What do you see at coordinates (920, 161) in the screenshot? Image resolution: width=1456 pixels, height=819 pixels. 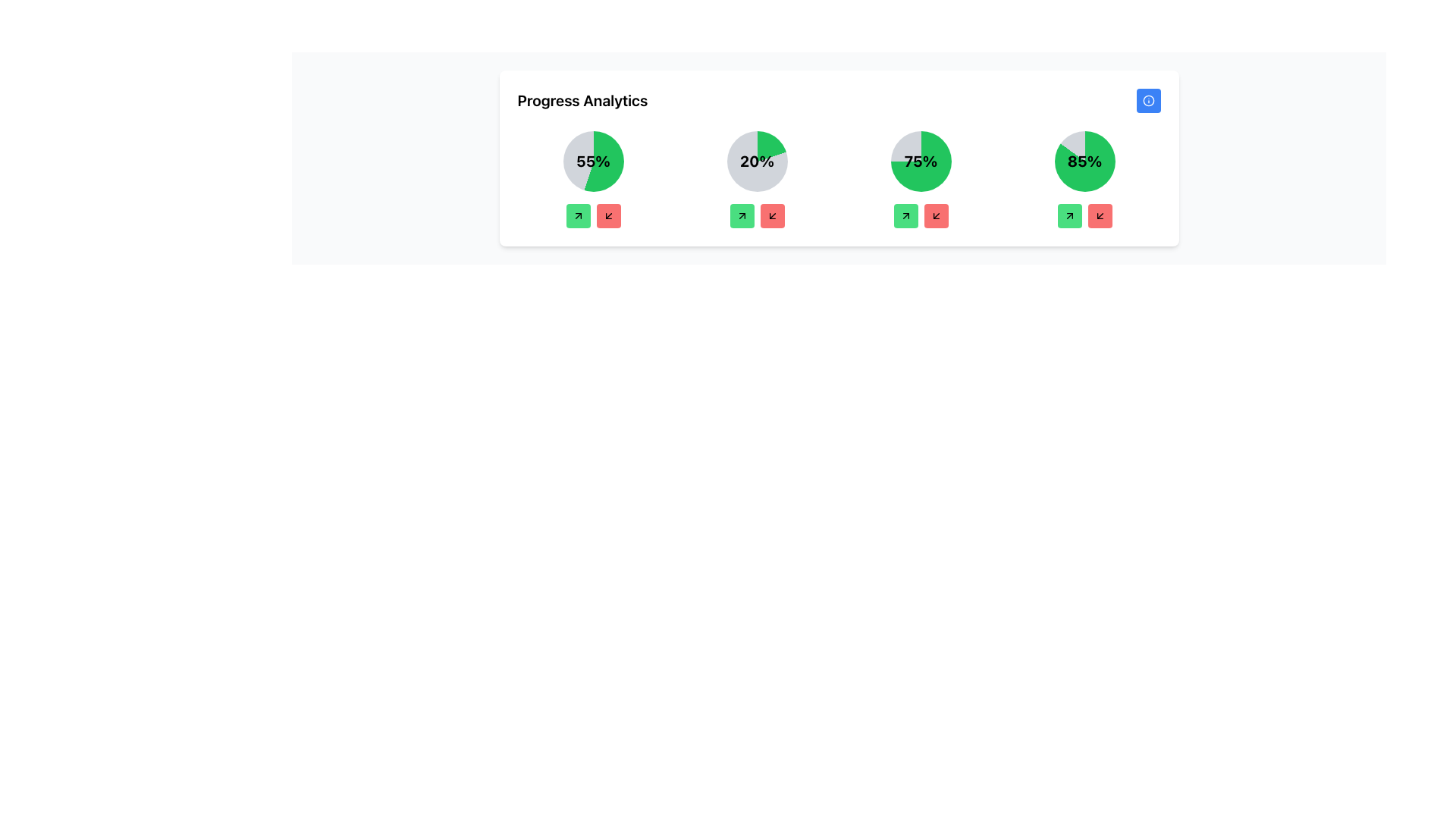 I see `percentage value displayed as '75%' in bold black font centered in the third circular progress indicator, which has a segmented green and gray background` at bounding box center [920, 161].